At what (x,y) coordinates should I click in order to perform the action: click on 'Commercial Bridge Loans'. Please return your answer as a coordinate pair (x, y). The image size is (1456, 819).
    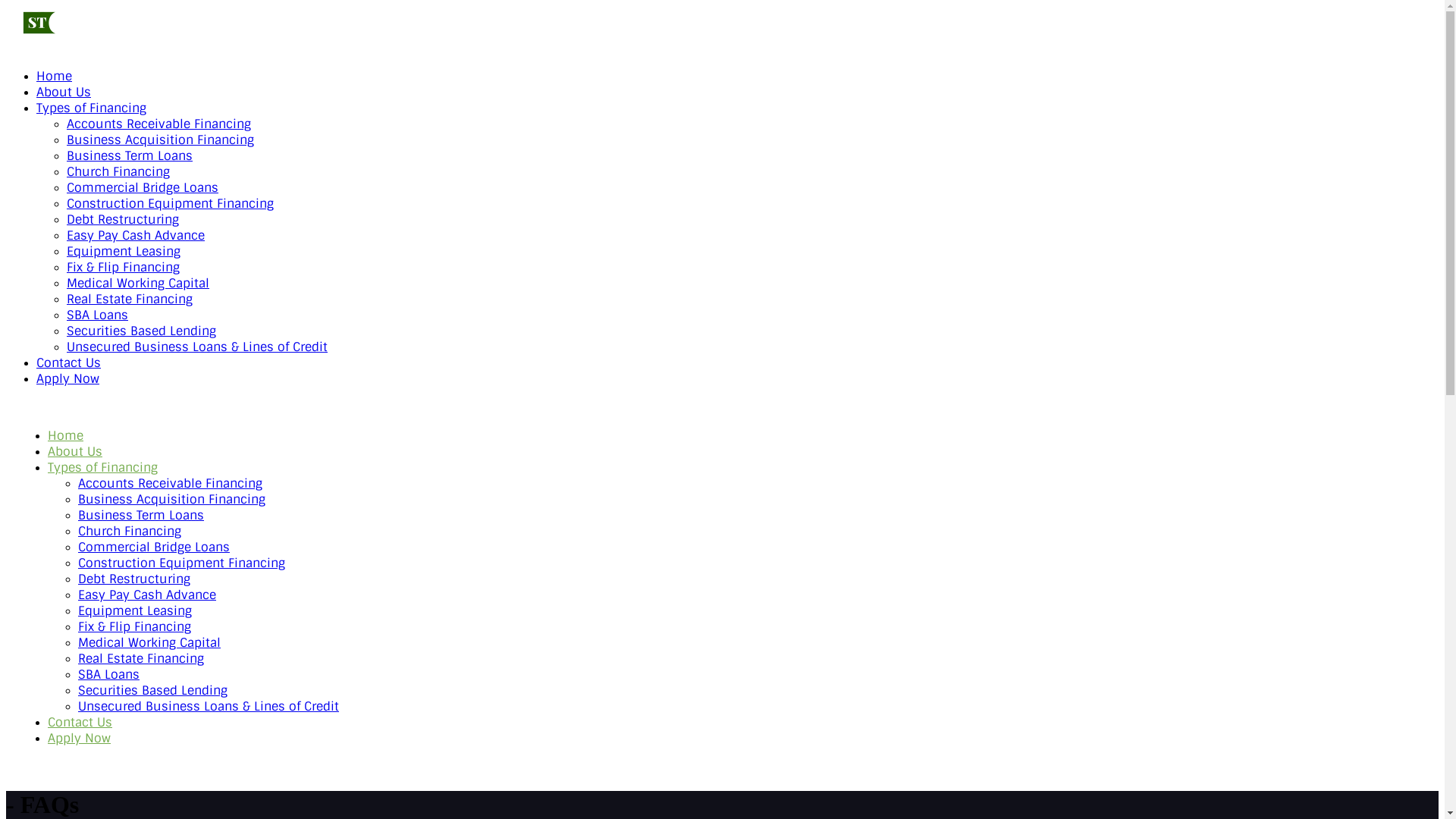
    Looking at the image, I should click on (153, 547).